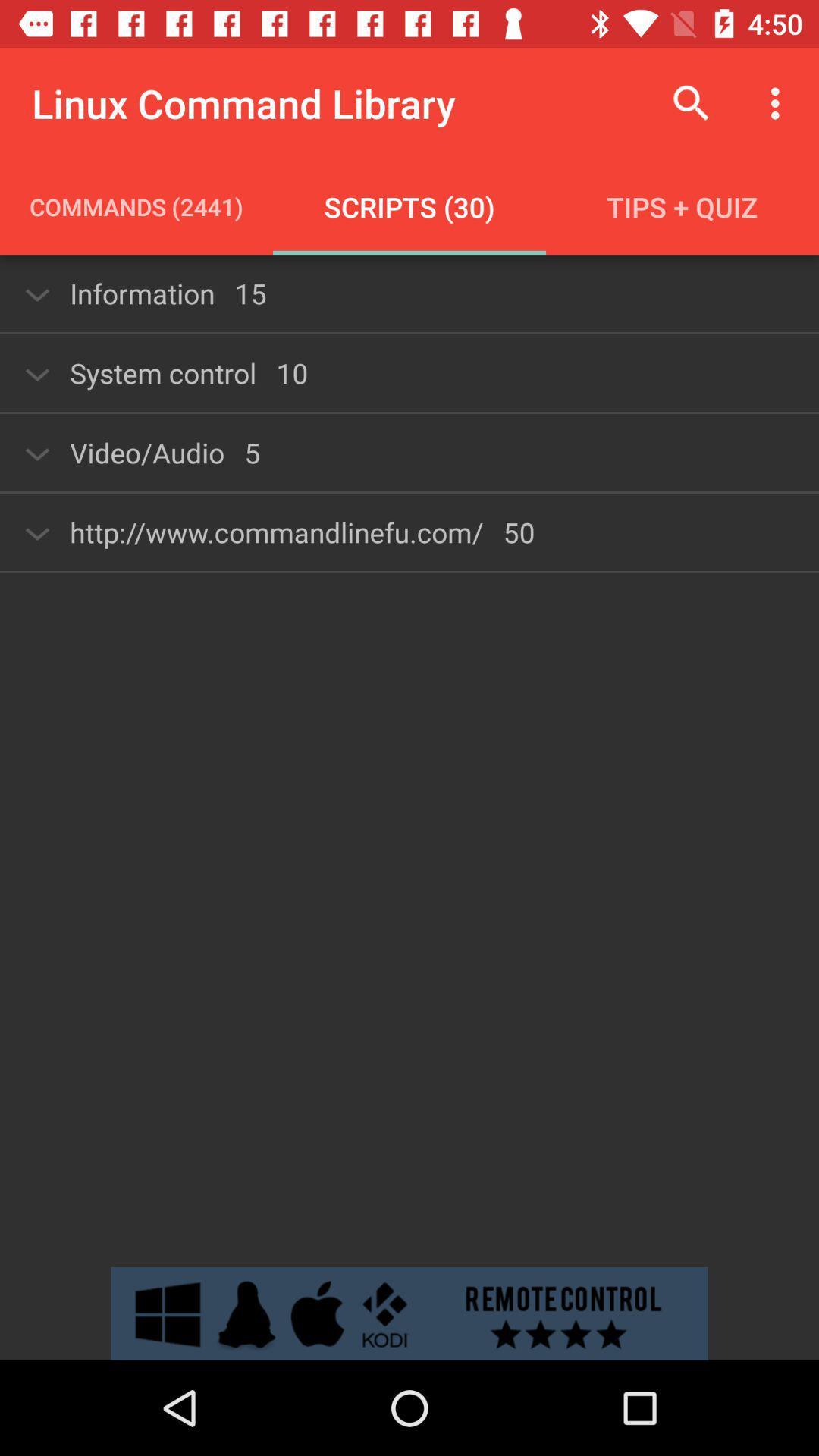 Image resolution: width=819 pixels, height=1456 pixels. Describe the element at coordinates (409, 1313) in the screenshot. I see `open remote control advertisement` at that location.